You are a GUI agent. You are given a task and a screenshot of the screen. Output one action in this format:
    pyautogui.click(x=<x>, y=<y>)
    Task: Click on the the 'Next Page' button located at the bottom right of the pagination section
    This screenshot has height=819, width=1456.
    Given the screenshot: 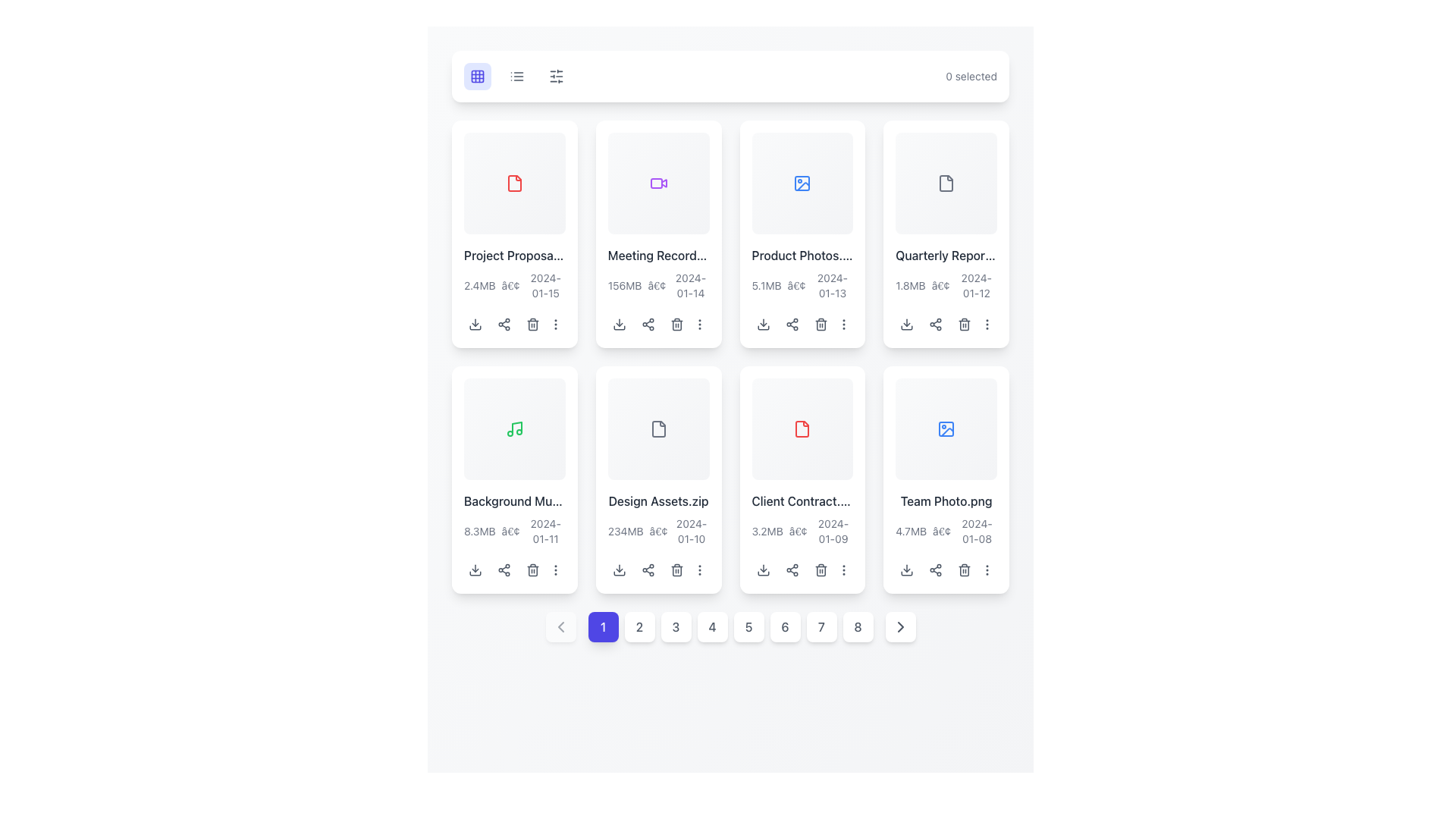 What is the action you would take?
    pyautogui.click(x=900, y=626)
    